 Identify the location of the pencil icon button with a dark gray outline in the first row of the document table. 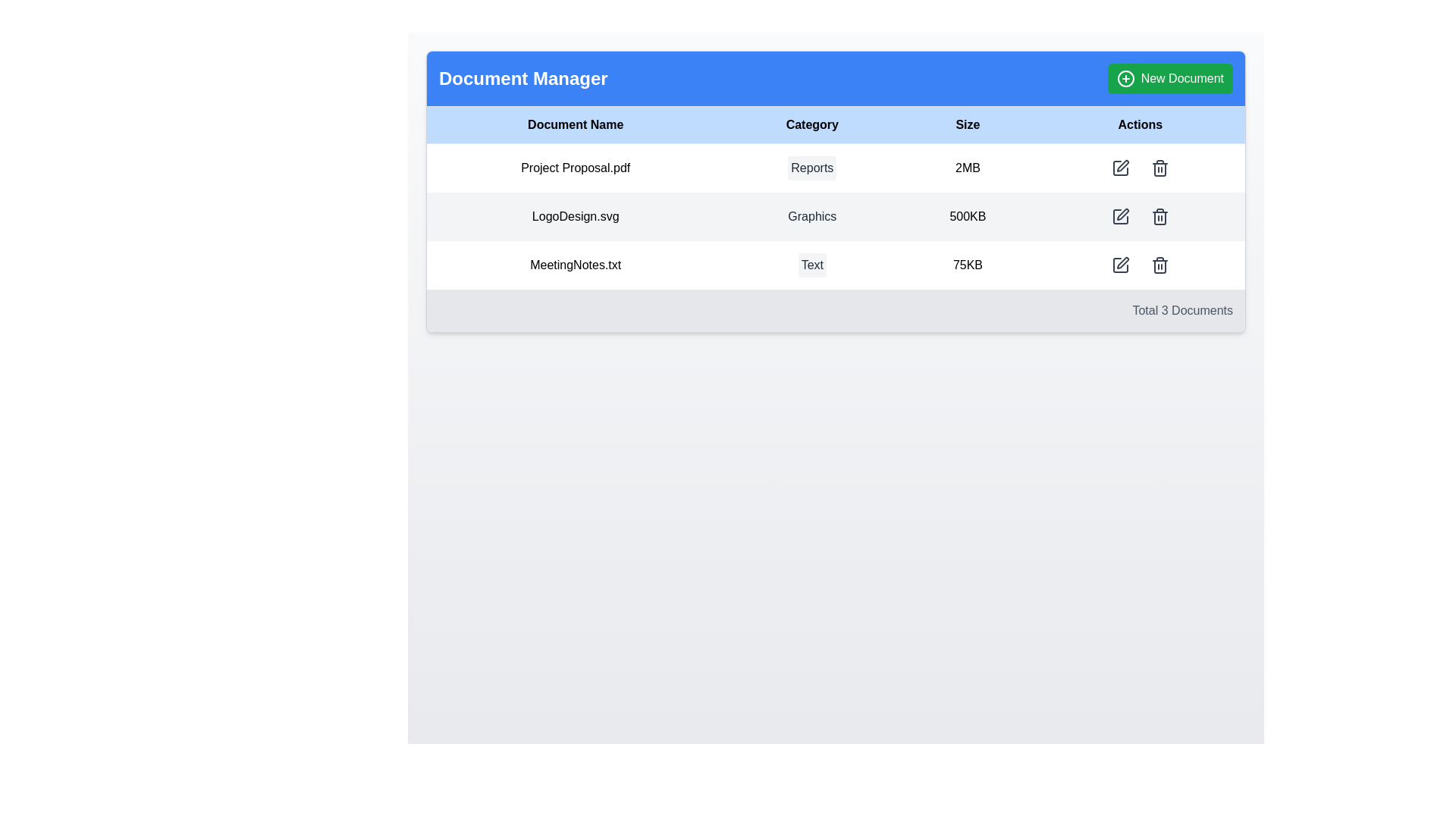
(1120, 168).